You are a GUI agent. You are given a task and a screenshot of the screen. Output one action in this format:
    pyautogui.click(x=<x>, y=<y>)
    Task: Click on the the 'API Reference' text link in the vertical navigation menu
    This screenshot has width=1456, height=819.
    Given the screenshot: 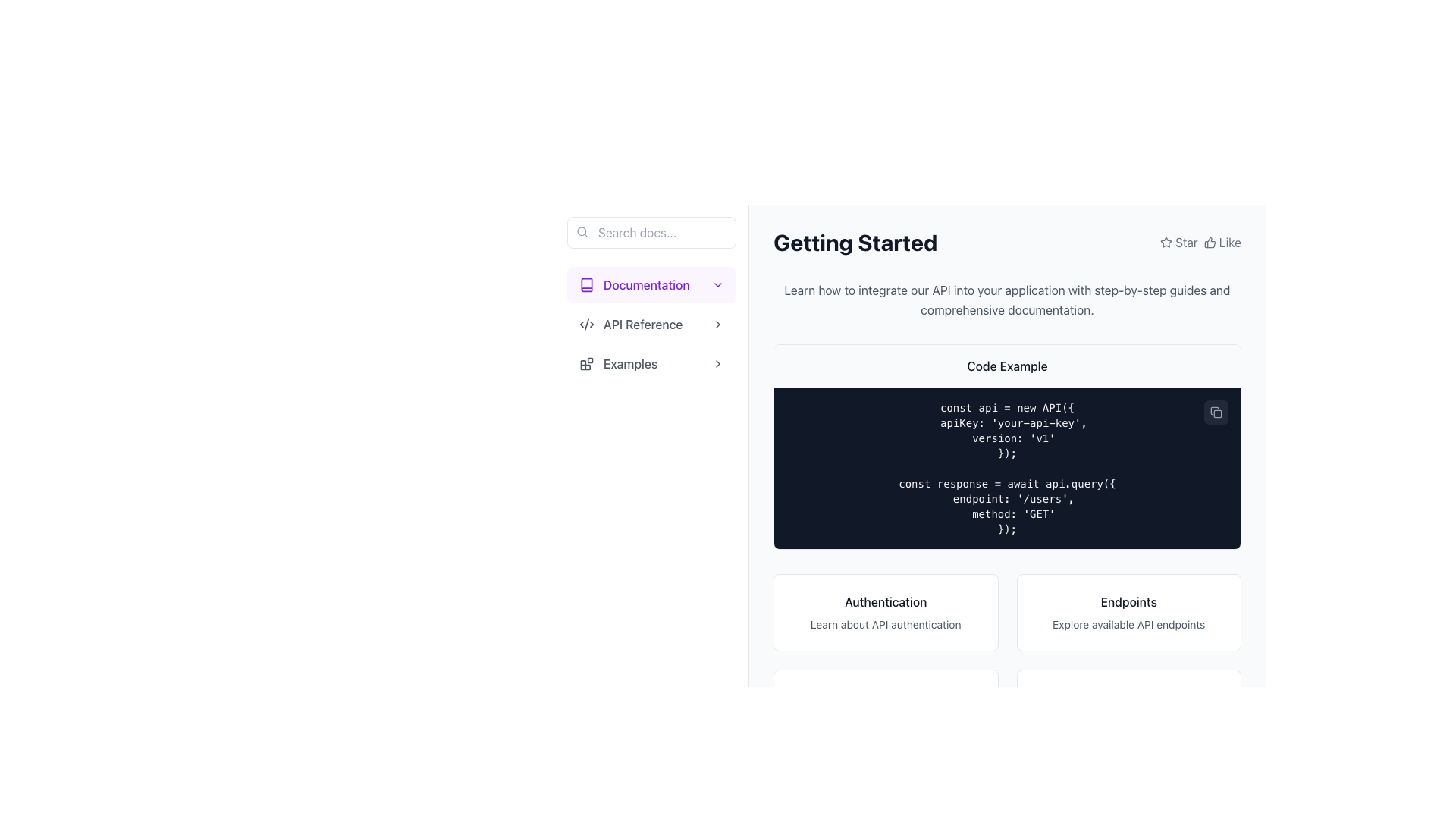 What is the action you would take?
    pyautogui.click(x=643, y=324)
    